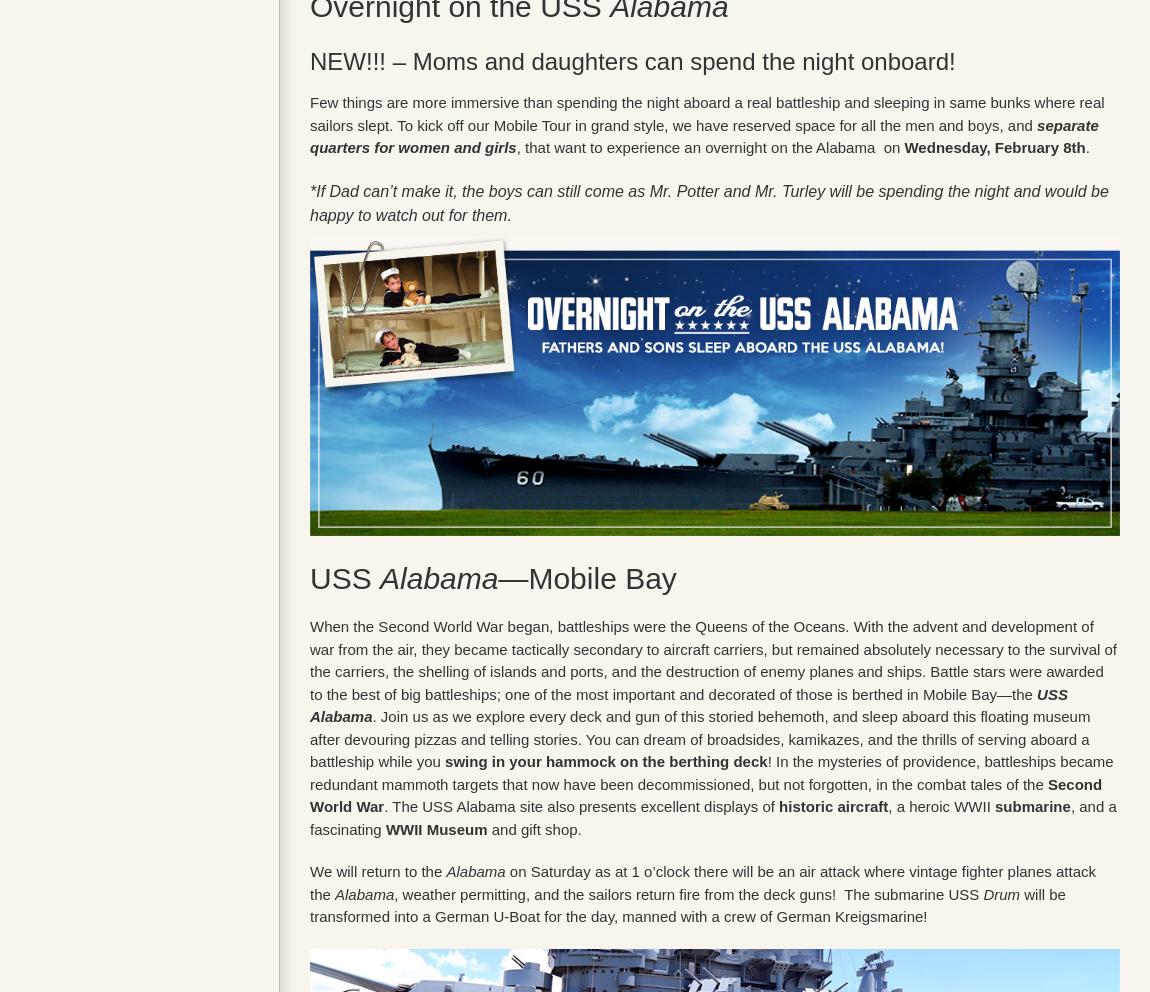 The image size is (1150, 992). What do you see at coordinates (310, 201) in the screenshot?
I see `'*If Dad can’t make it, the boys can still come as Mr. Potter and Mr. Turley will be spending the night and would be happy to watch out for them.'` at bounding box center [310, 201].